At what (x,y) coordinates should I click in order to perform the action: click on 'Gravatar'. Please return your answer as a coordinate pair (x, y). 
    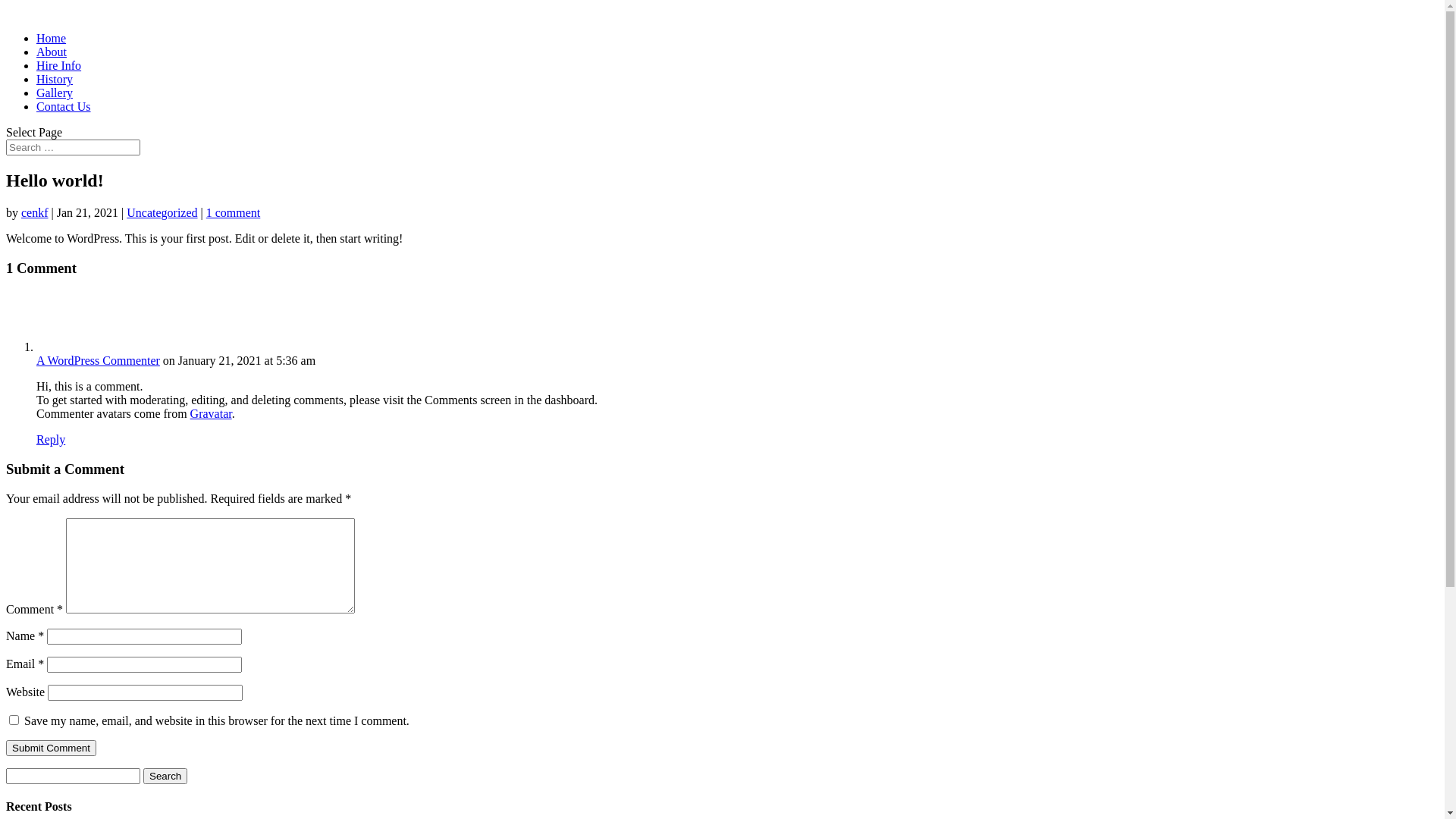
    Looking at the image, I should click on (210, 413).